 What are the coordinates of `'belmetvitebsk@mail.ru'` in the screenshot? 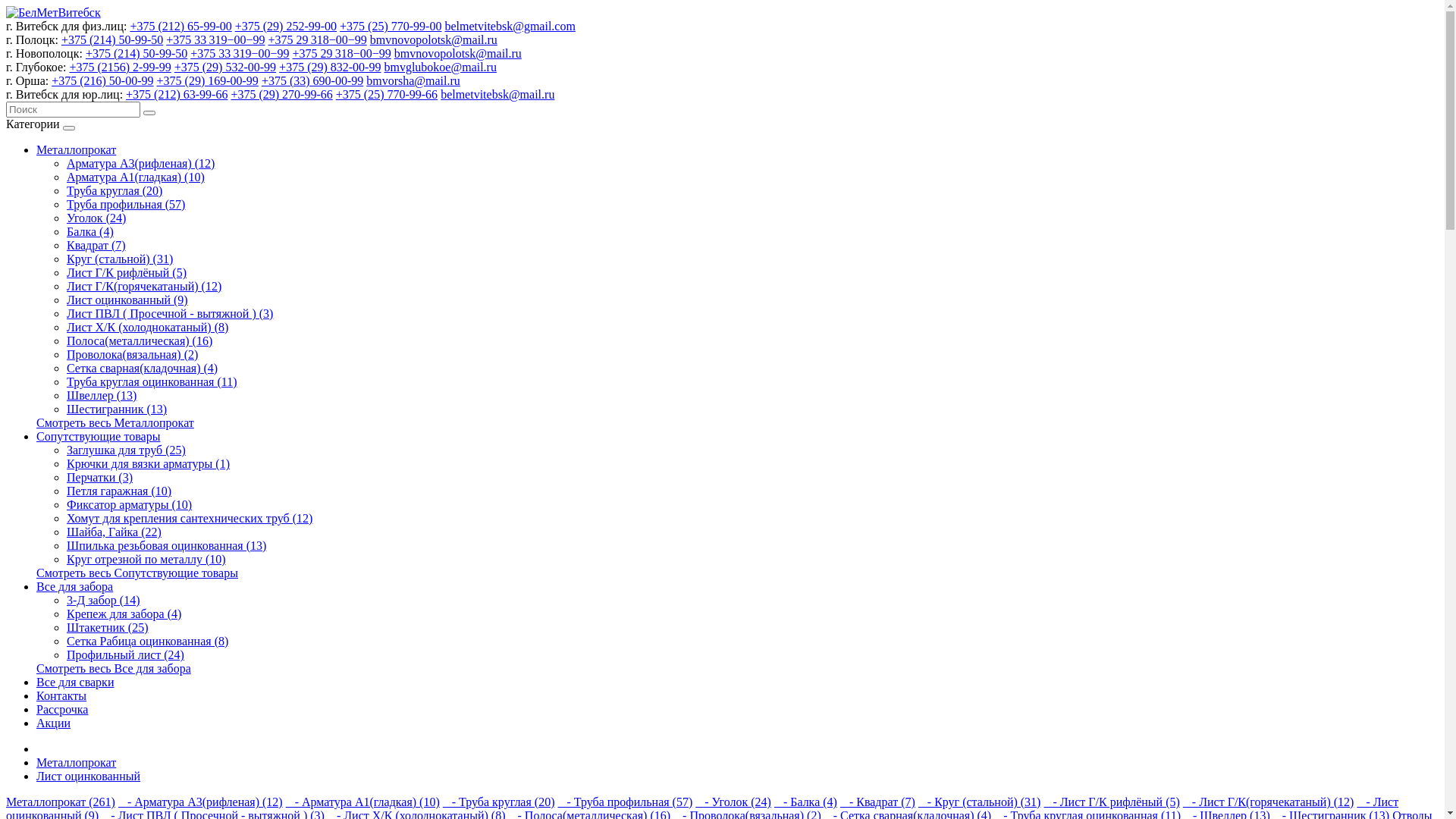 It's located at (497, 94).